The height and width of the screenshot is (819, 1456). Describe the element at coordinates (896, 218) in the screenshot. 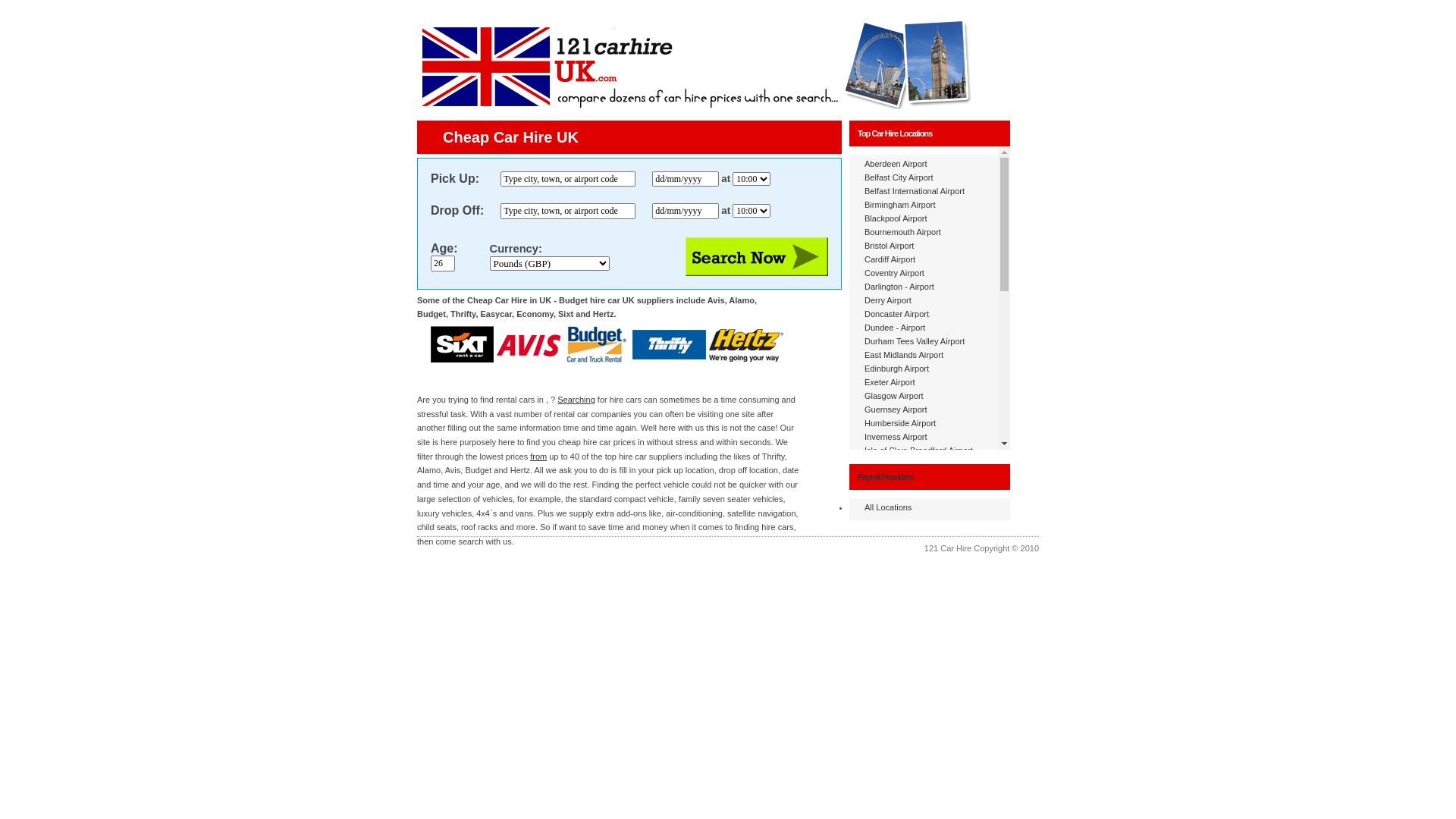

I see `'Blackpool Airport'` at that location.